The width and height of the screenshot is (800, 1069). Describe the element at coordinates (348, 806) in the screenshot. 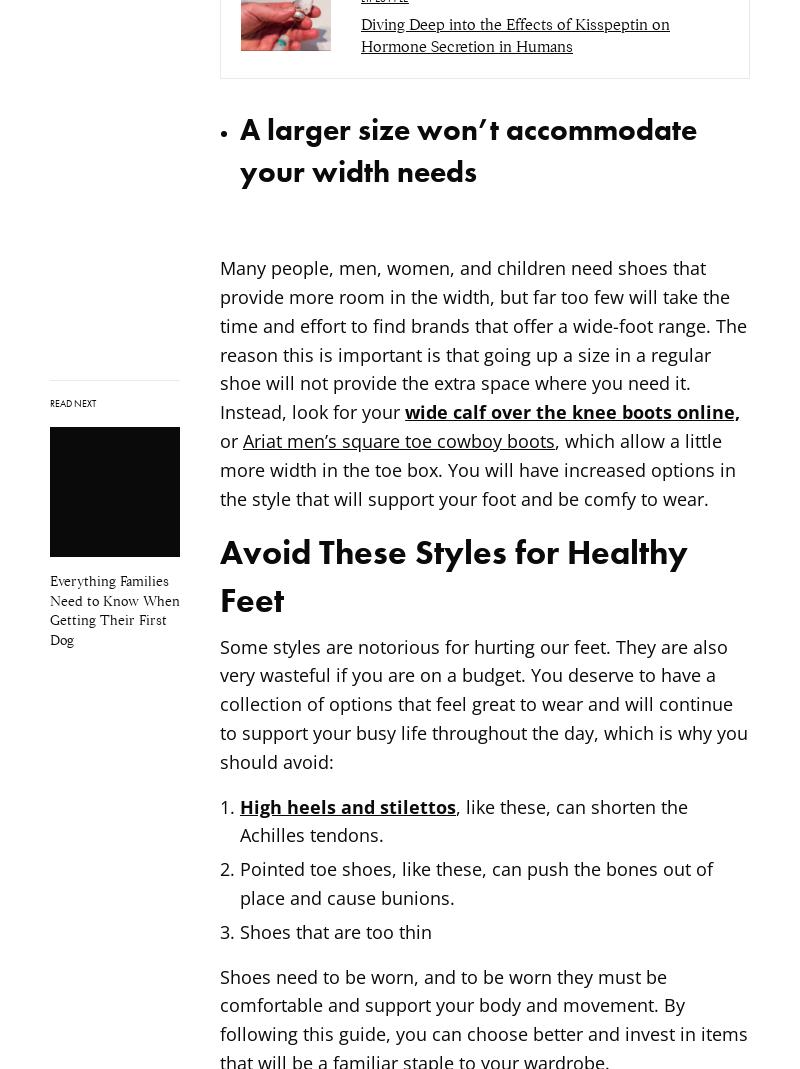

I see `'High heels and stilettos'` at that location.